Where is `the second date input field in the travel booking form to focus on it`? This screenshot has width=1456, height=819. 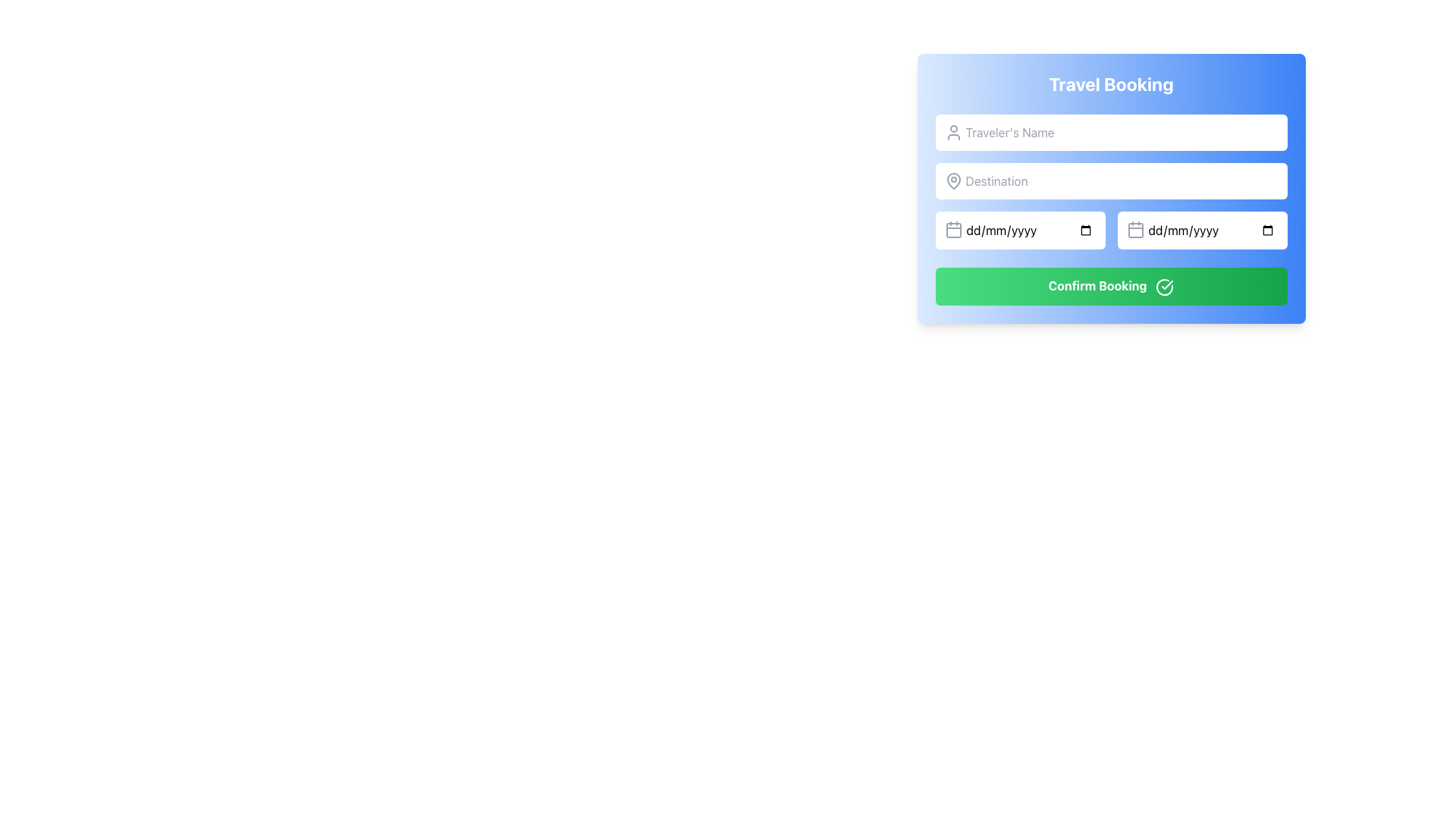 the second date input field in the travel booking form to focus on it is located at coordinates (1201, 231).